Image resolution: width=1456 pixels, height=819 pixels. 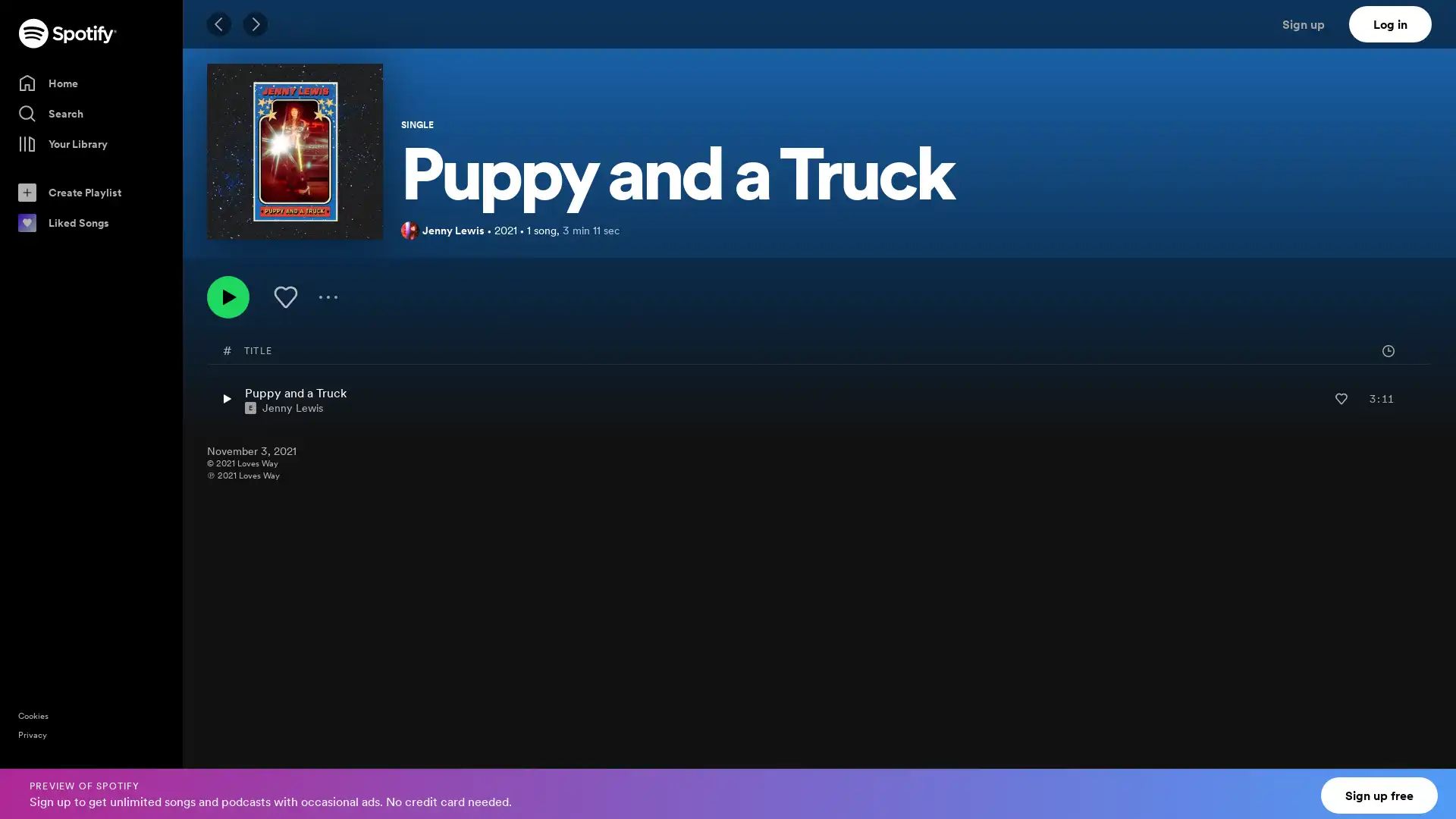 I want to click on Log in, so click(x=1390, y=24).